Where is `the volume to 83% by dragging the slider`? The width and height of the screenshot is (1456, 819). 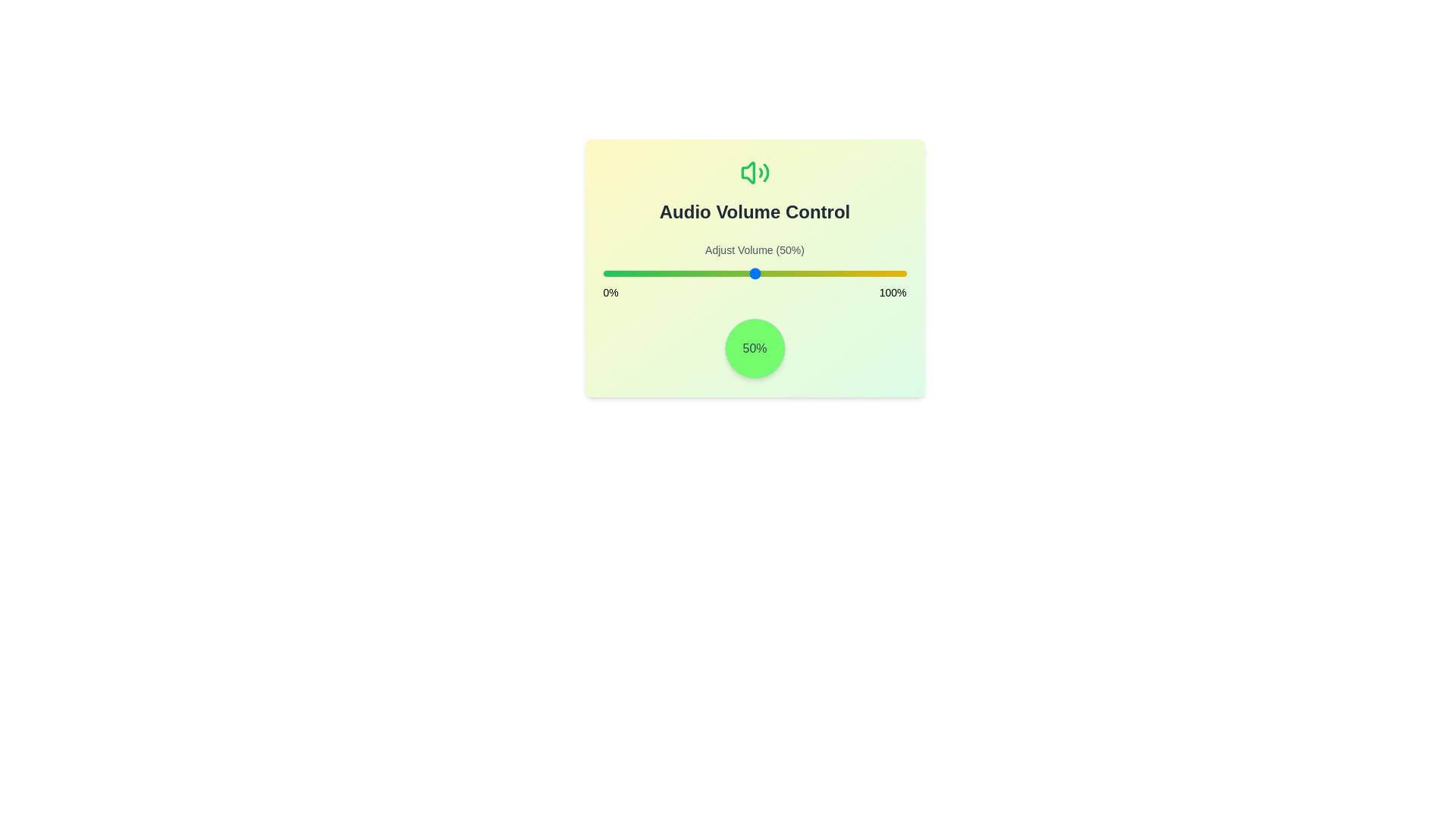
the volume to 83% by dragging the slider is located at coordinates (855, 274).